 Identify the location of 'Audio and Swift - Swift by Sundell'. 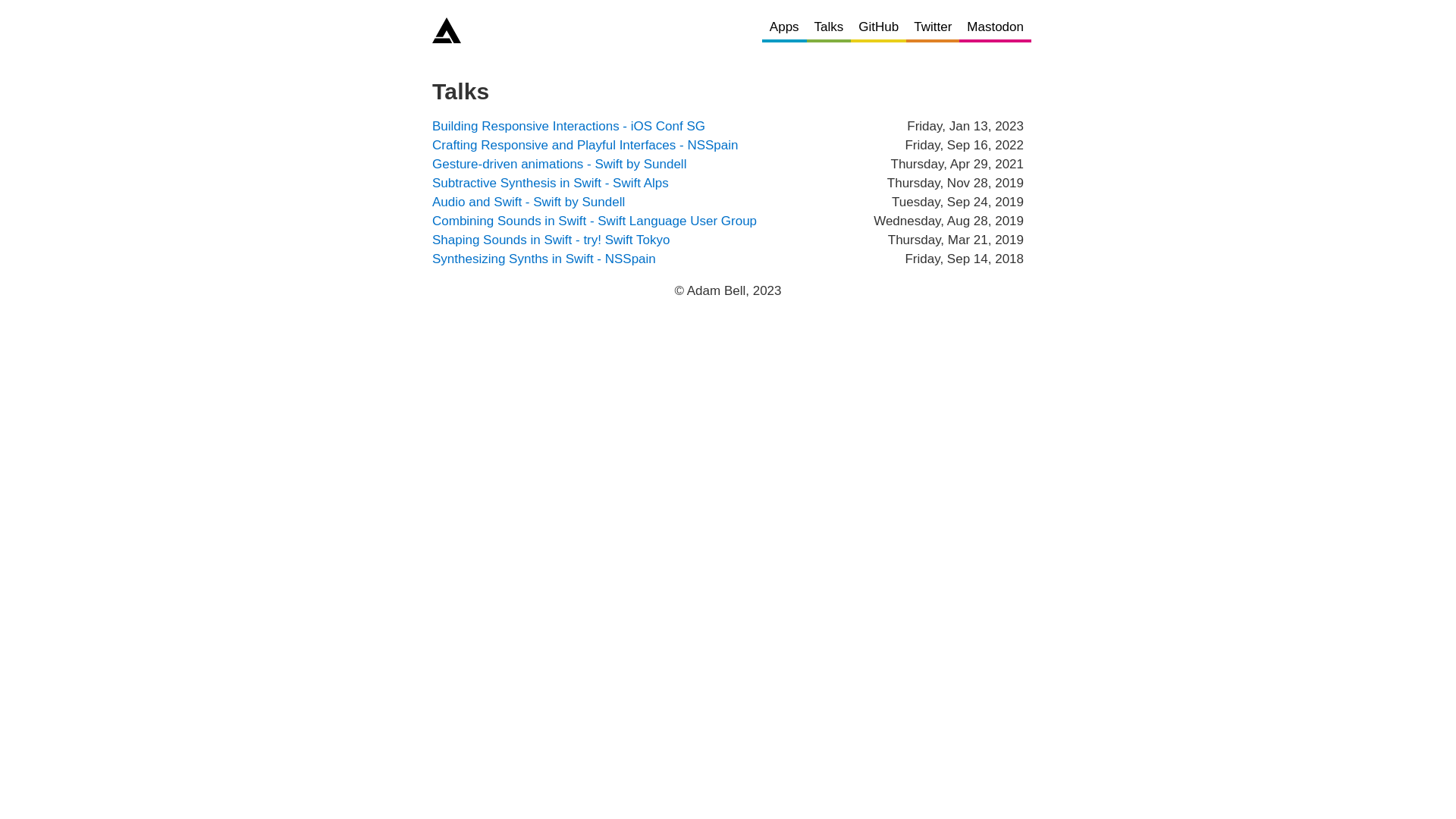
(431, 201).